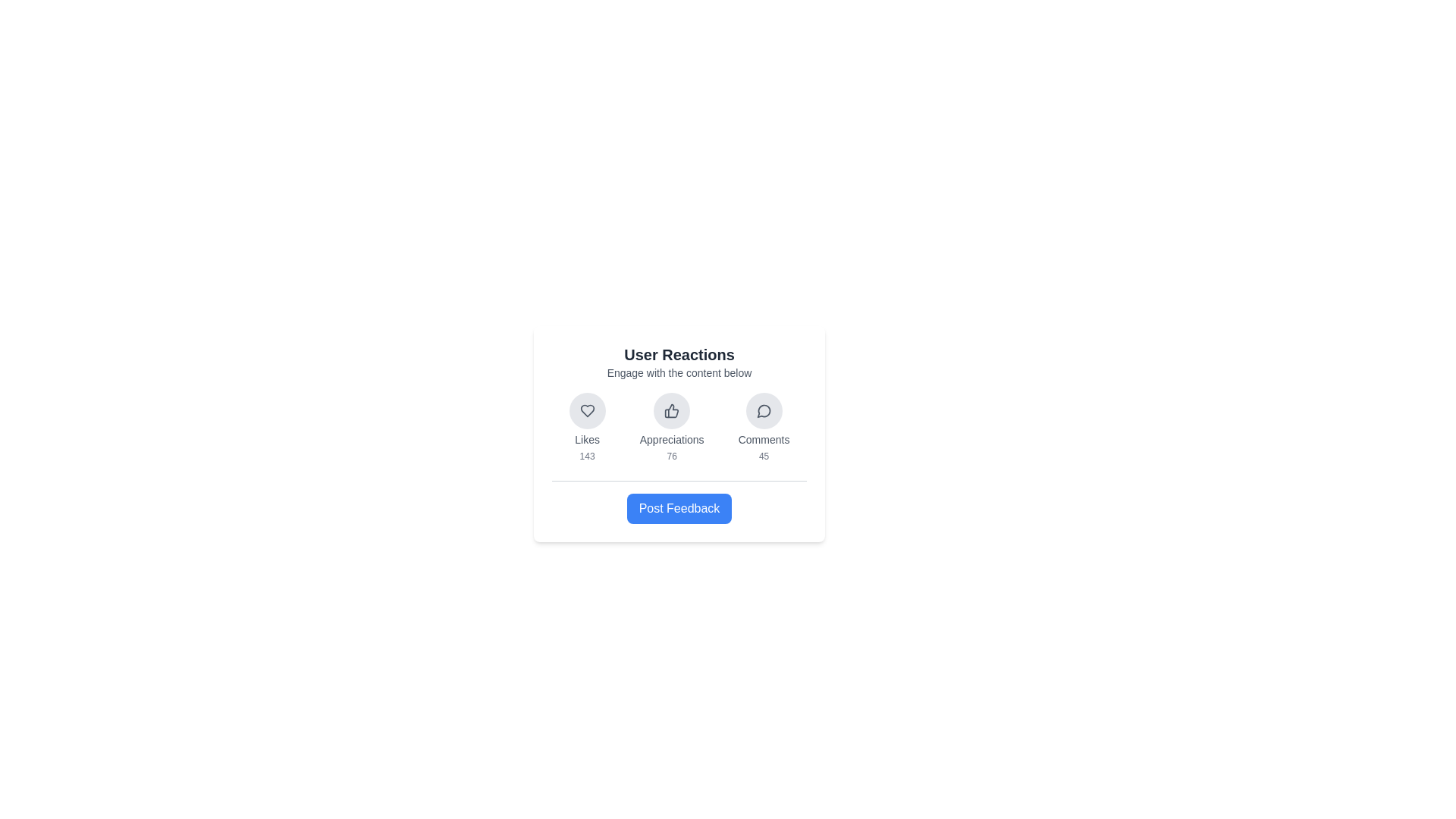  What do you see at coordinates (764, 411) in the screenshot?
I see `the chat bubble icon with a rounded outline and a tail pointing downward` at bounding box center [764, 411].